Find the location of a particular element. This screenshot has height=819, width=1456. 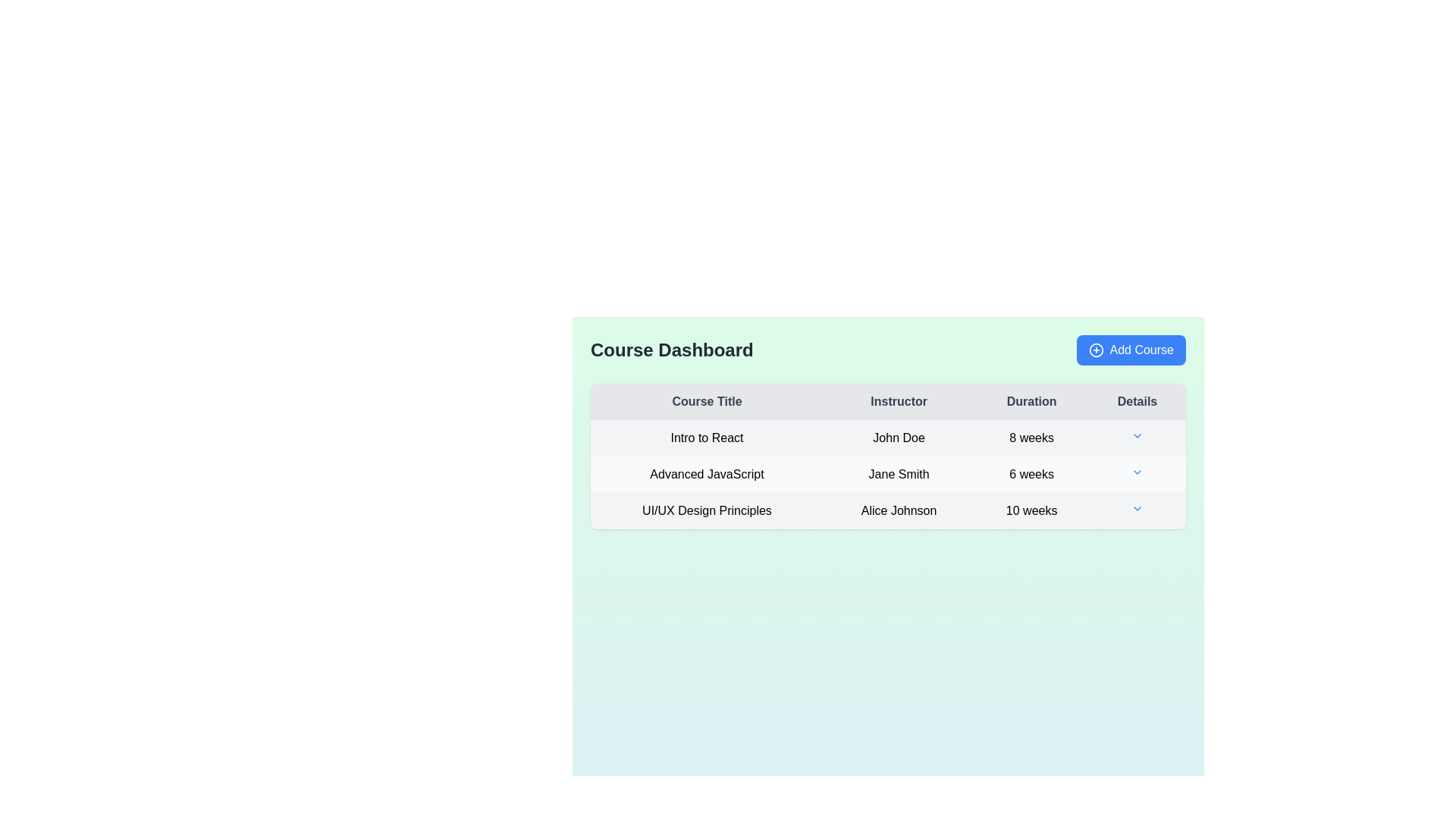

the 'Duration' column header label in the table, which is located between 'Instructor' and 'Details' is located at coordinates (1031, 400).